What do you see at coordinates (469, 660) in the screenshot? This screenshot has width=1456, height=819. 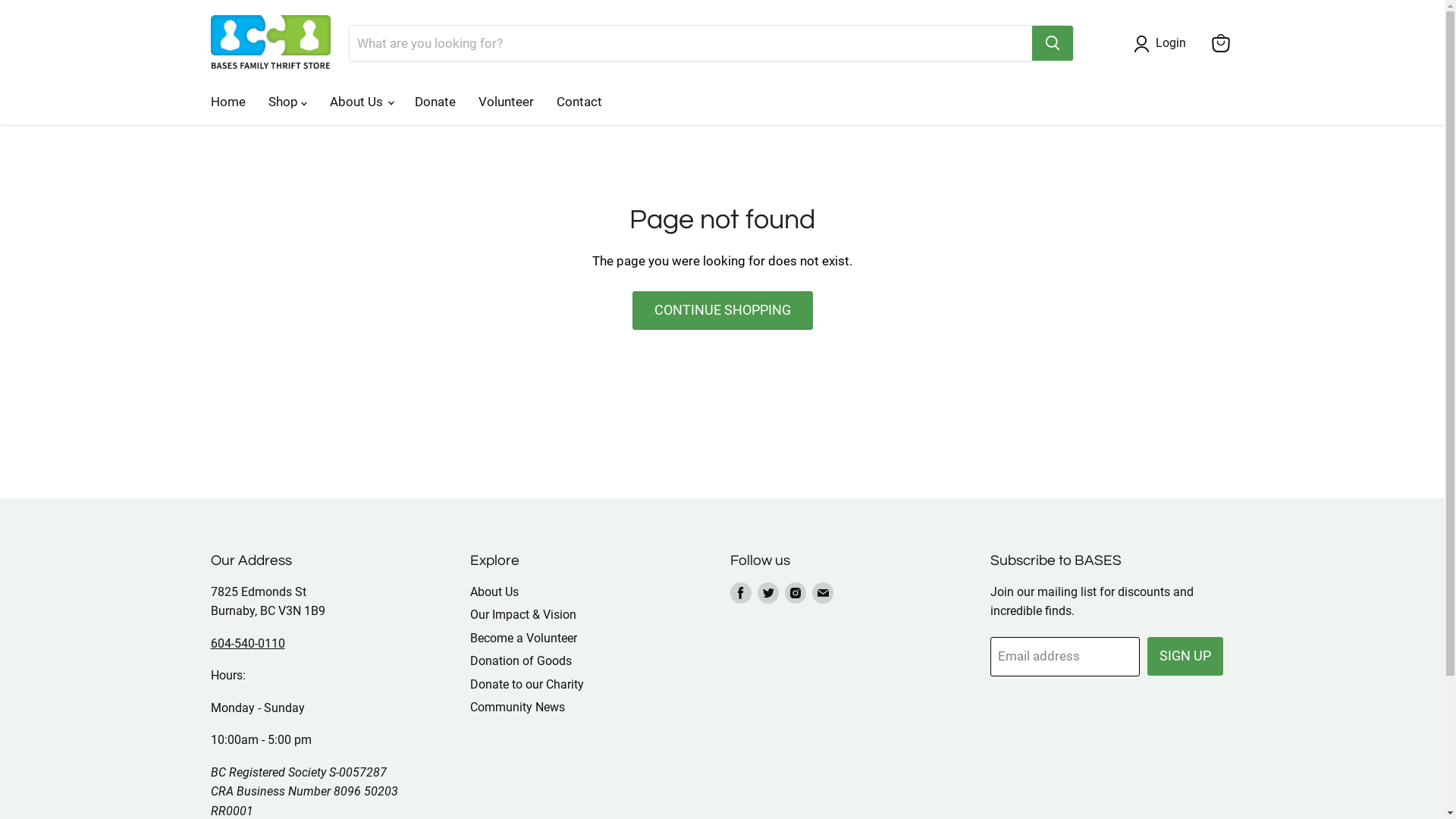 I see `'Donation of Goods'` at bounding box center [469, 660].